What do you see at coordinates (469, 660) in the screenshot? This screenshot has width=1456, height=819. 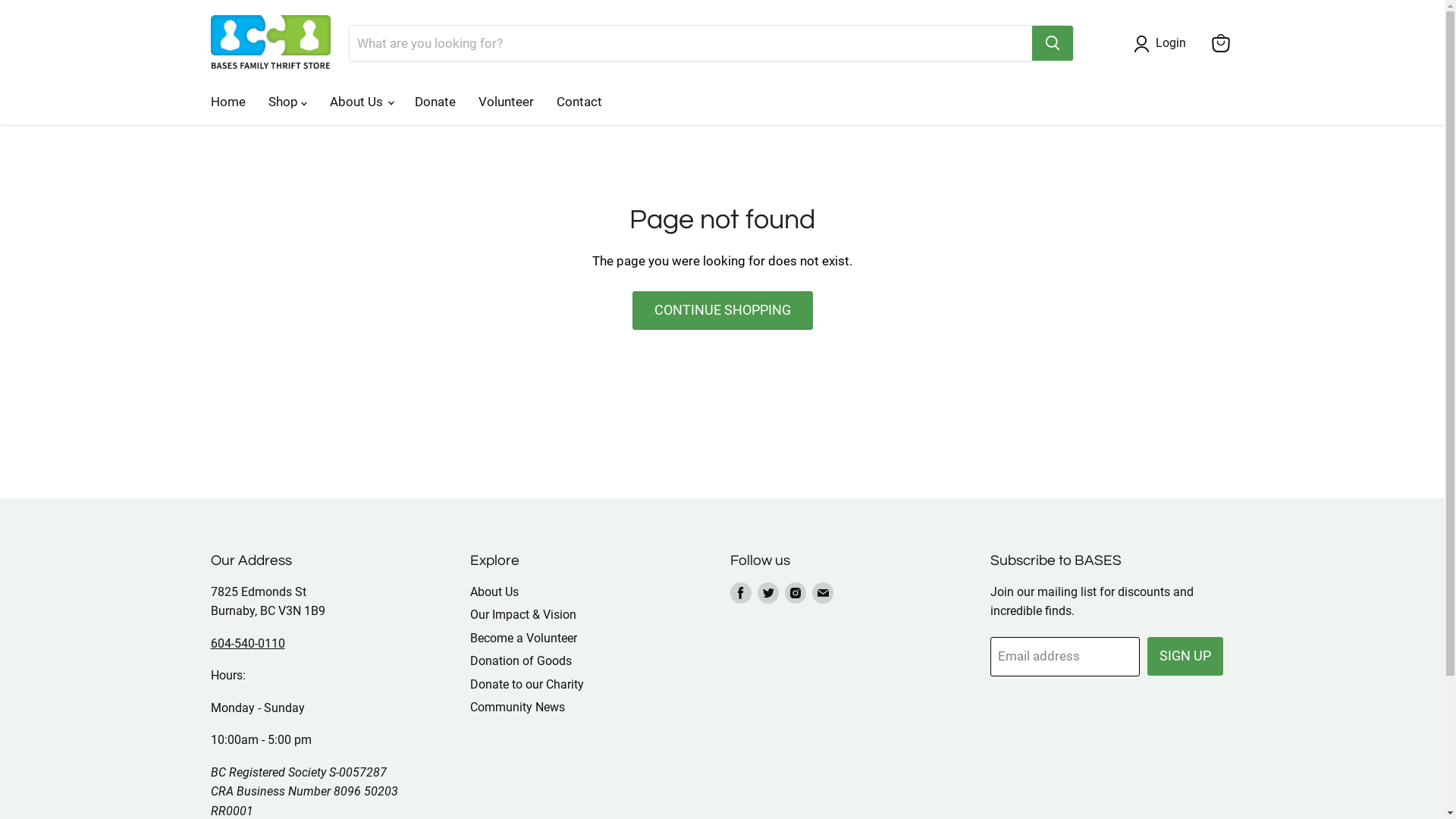 I see `'Donation of Goods'` at bounding box center [469, 660].